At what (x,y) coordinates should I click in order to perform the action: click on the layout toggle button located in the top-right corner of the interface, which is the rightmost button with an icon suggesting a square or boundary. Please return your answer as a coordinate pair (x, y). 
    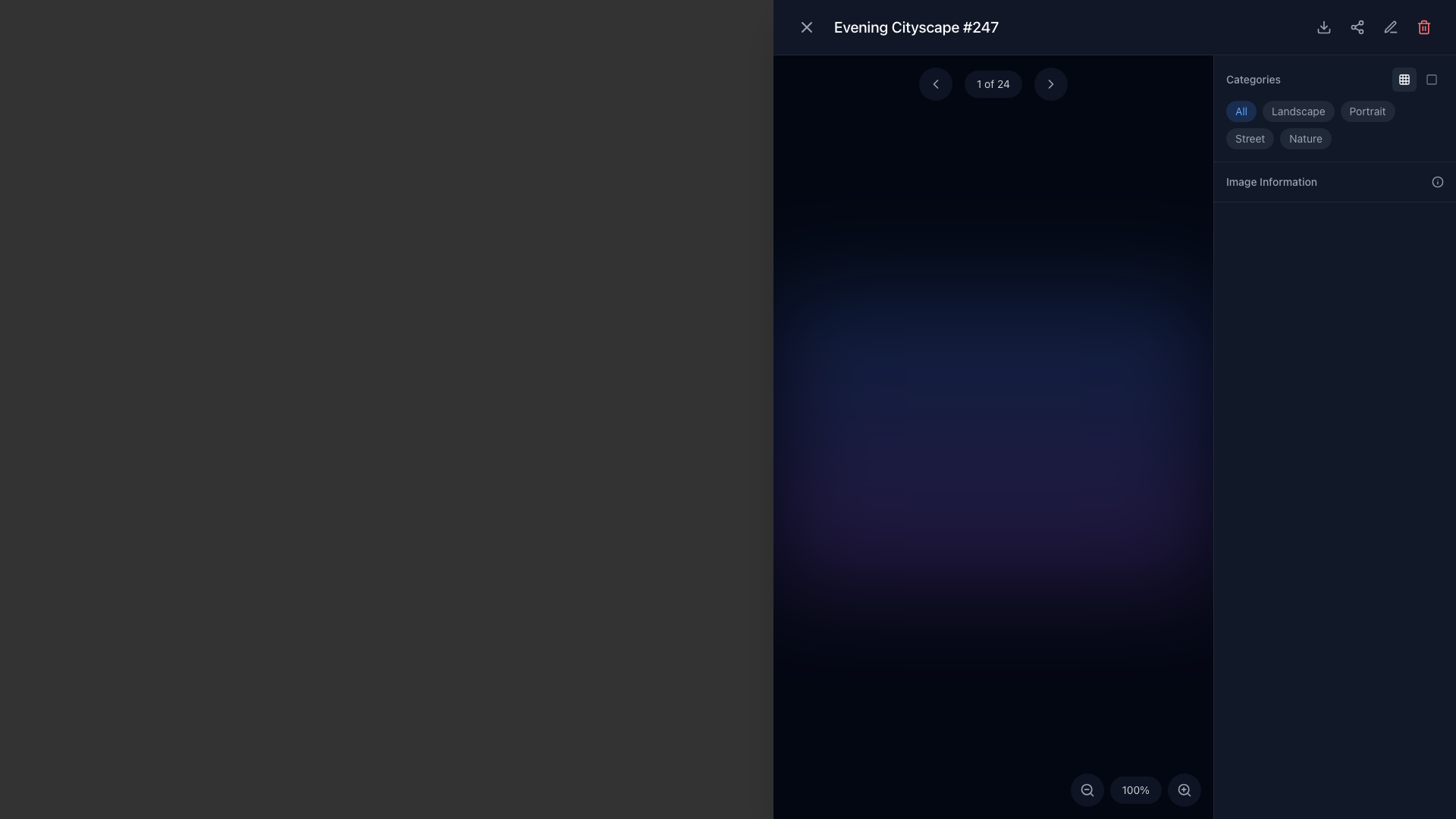
    Looking at the image, I should click on (1430, 79).